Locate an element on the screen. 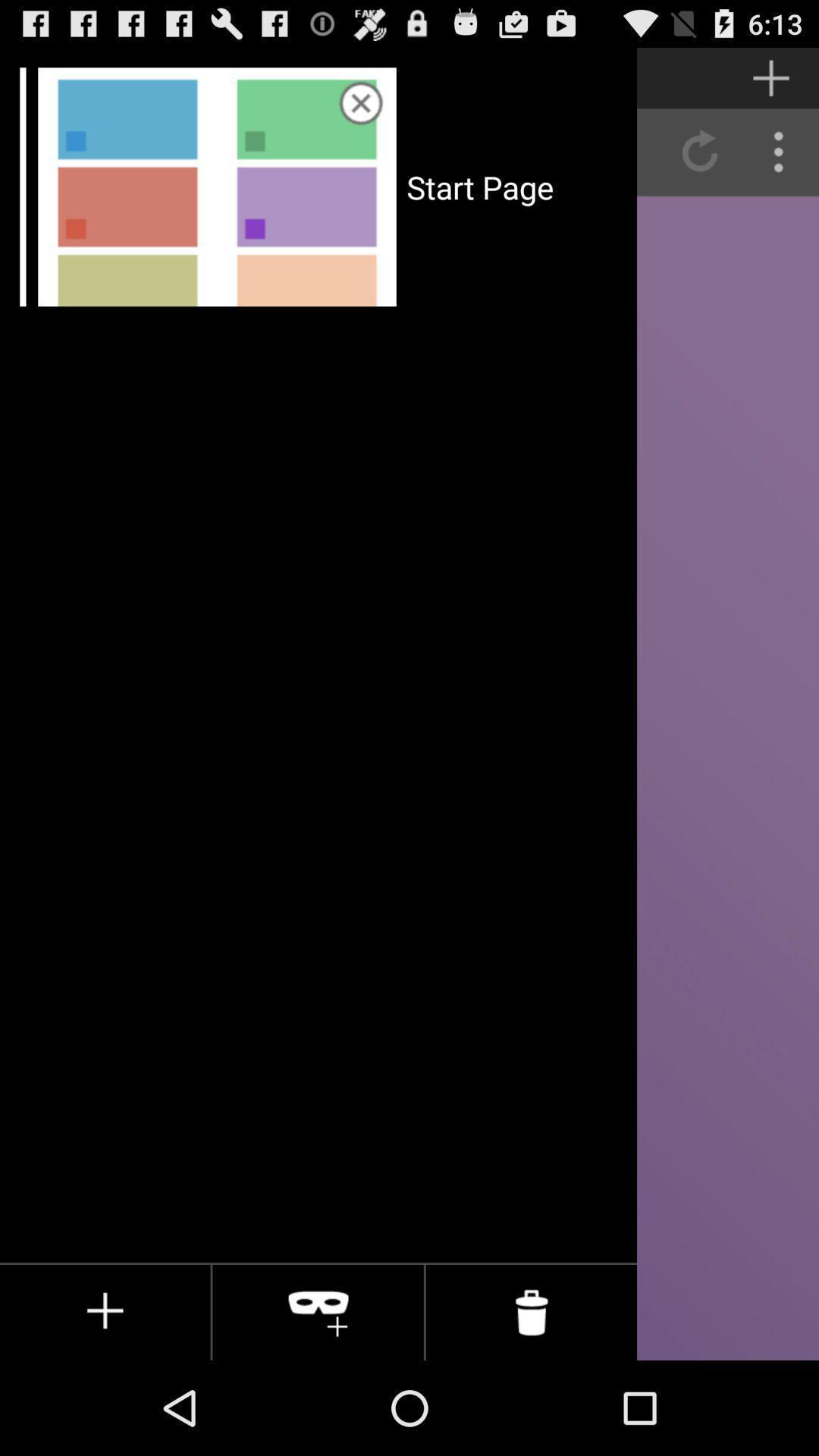  the icon on the right side of is located at coordinates (318, 1312).